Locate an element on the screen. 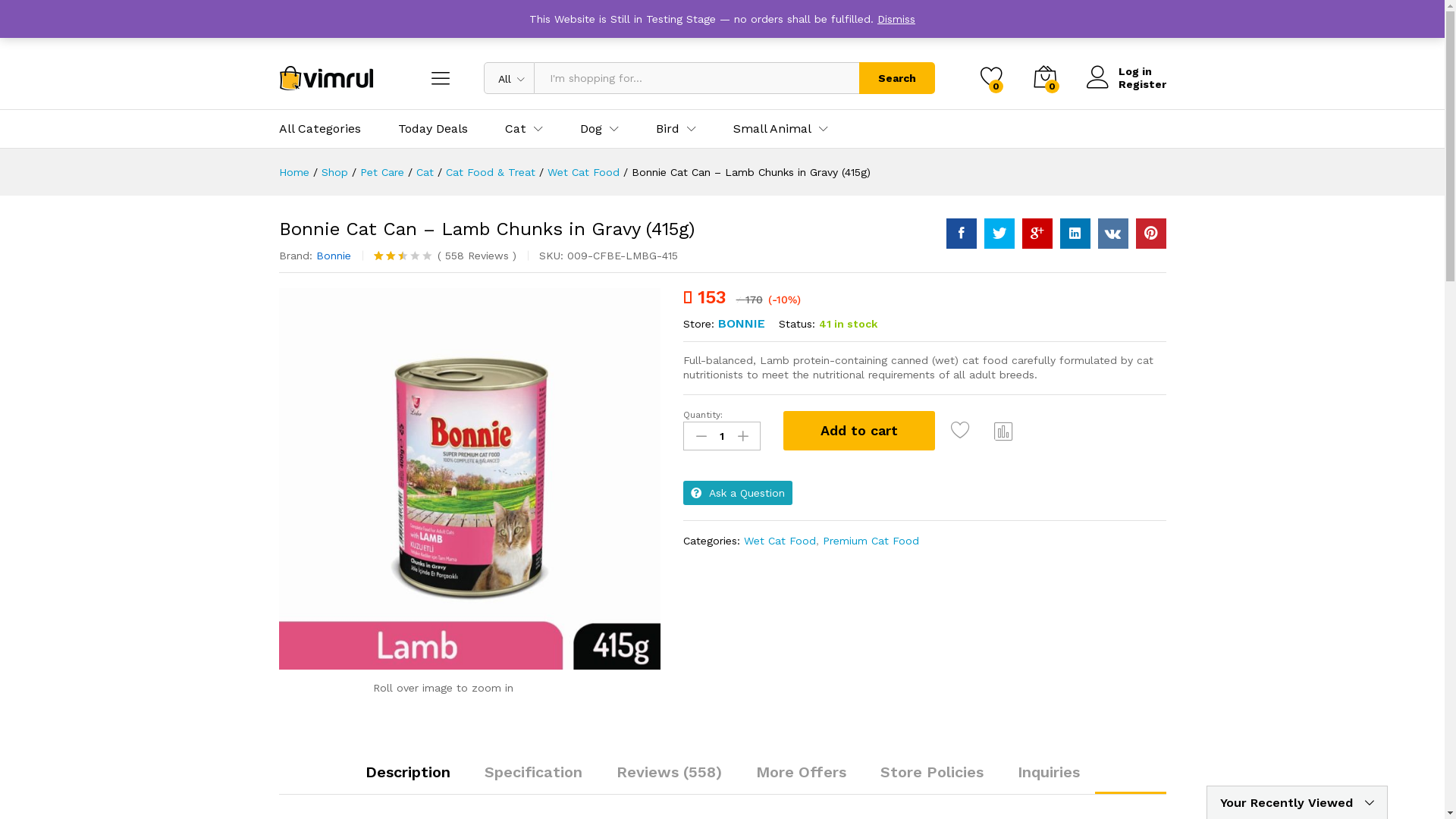 This screenshot has height=819, width=1456. 'More Offers' is located at coordinates (799, 772).